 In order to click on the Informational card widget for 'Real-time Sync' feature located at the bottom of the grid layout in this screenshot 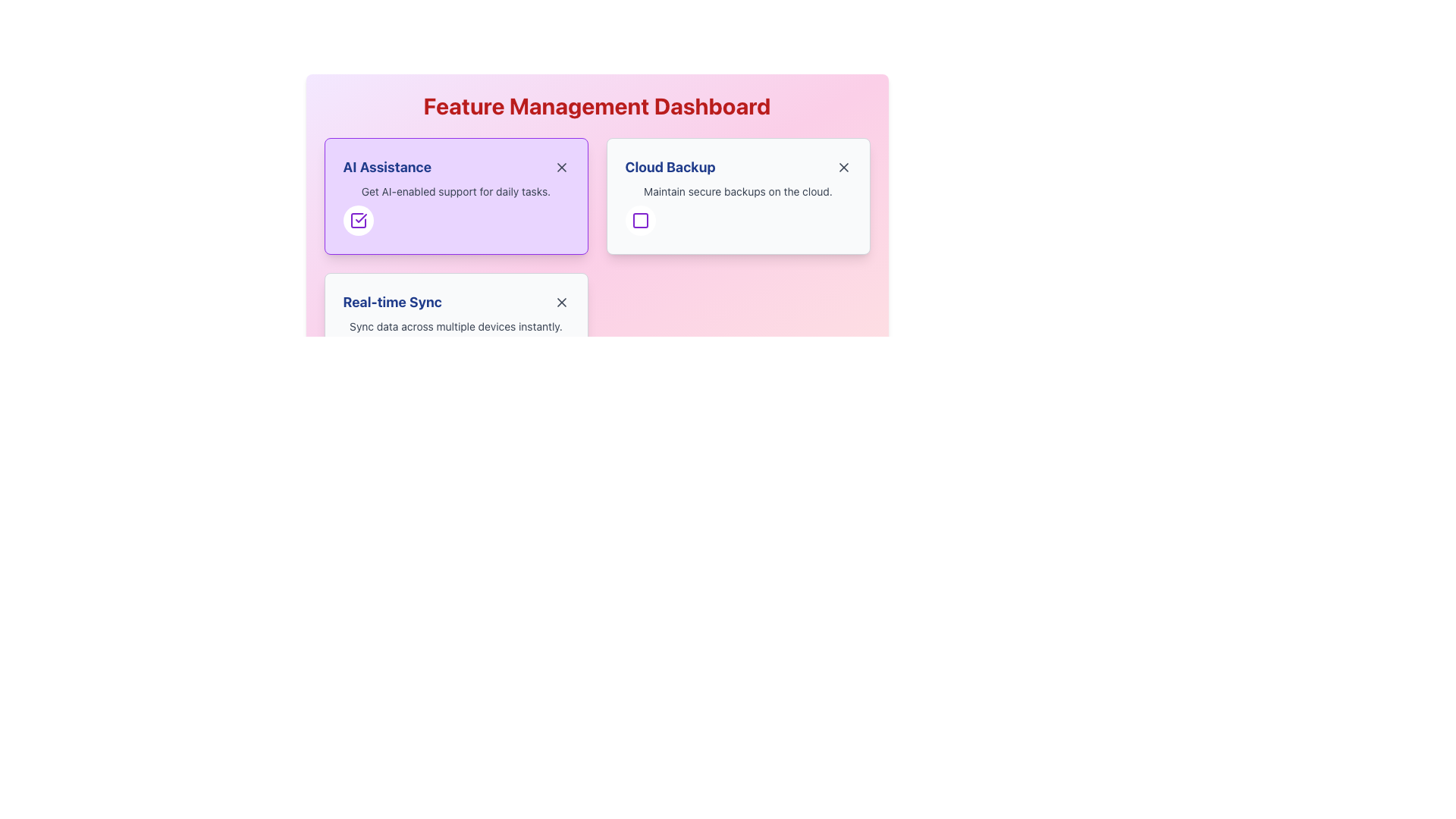, I will do `click(455, 330)`.